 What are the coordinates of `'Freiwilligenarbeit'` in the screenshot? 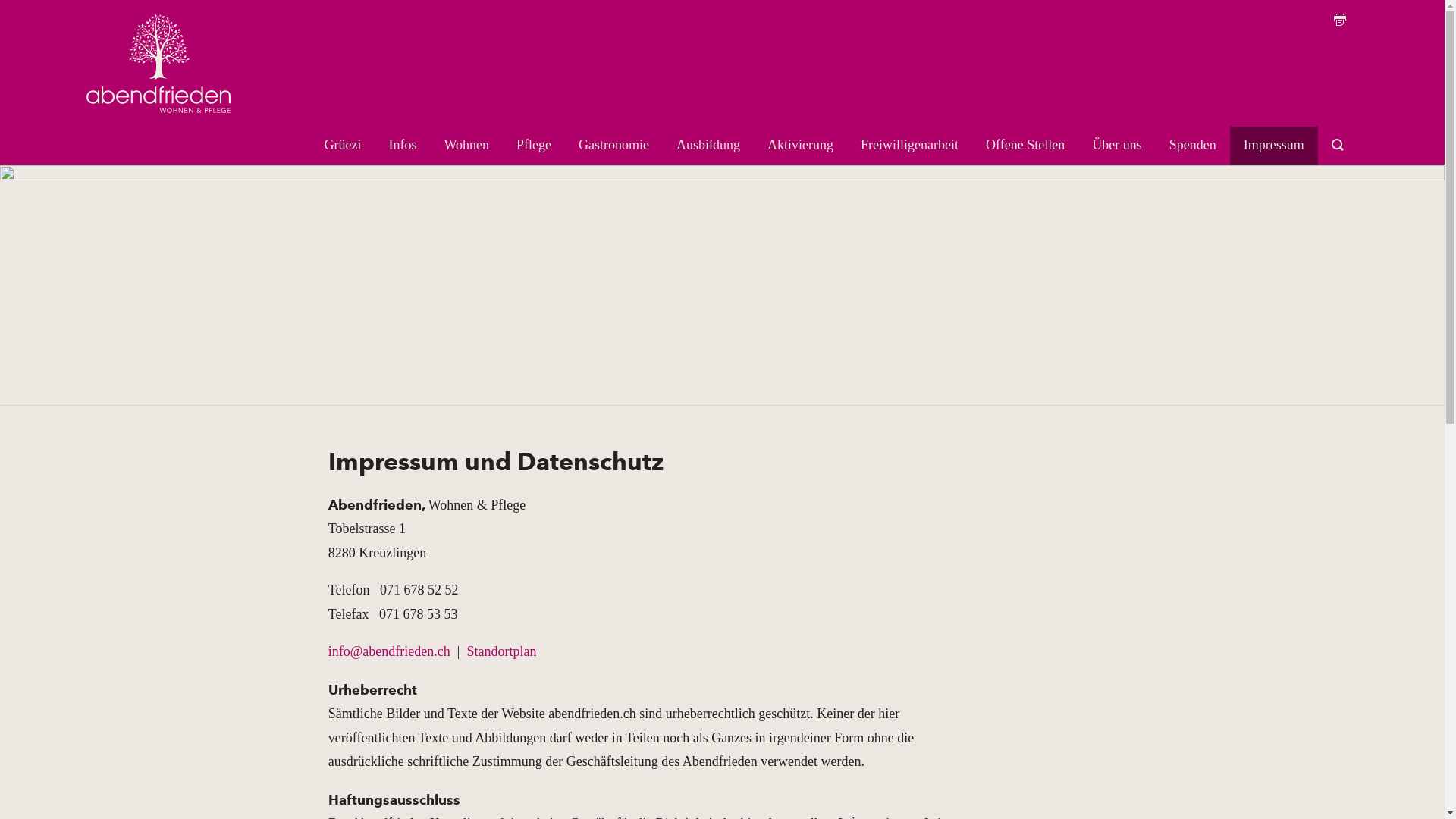 It's located at (909, 146).